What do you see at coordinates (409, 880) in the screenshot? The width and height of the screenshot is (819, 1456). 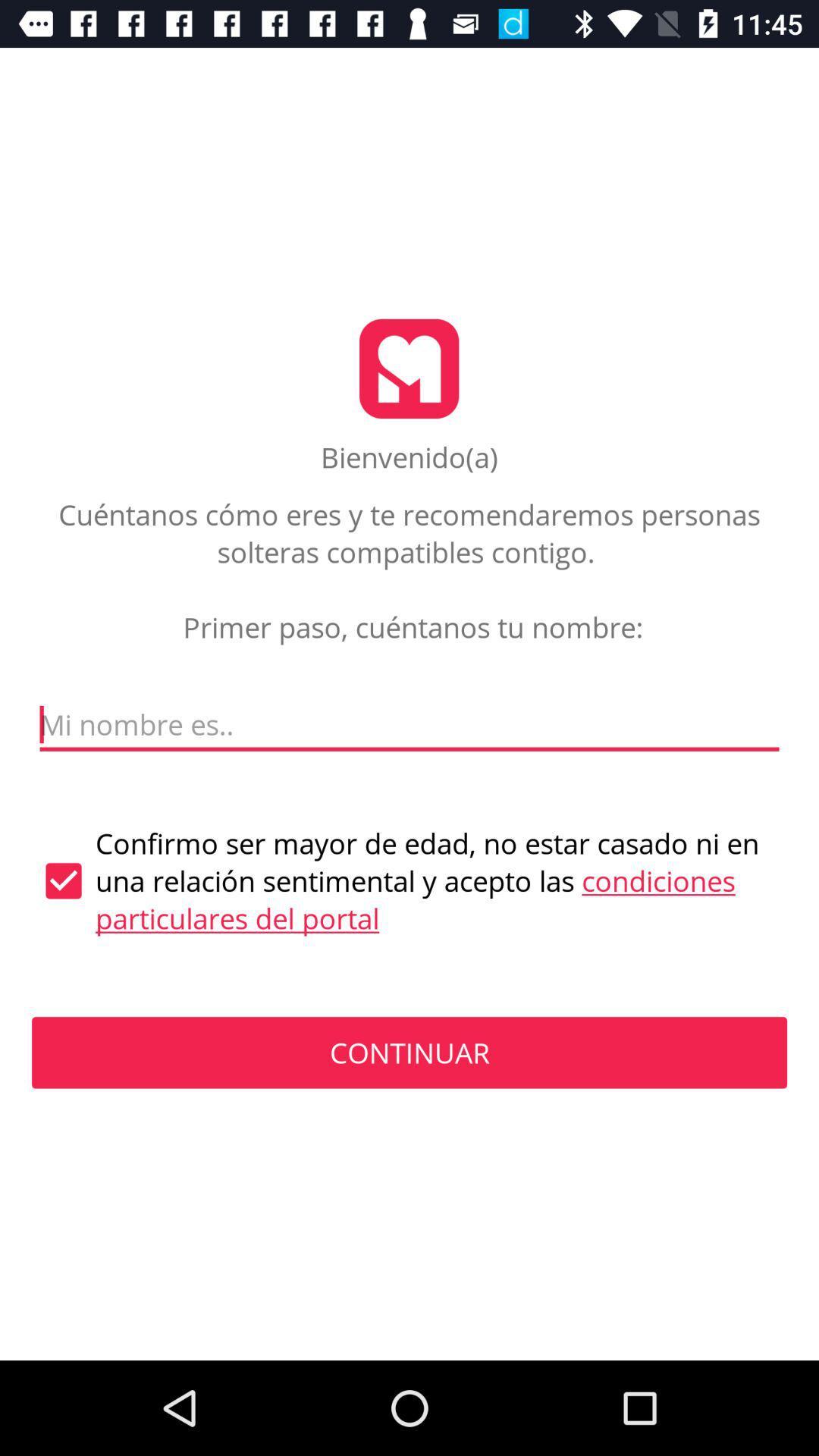 I see `the confirmo ser mayor item` at bounding box center [409, 880].